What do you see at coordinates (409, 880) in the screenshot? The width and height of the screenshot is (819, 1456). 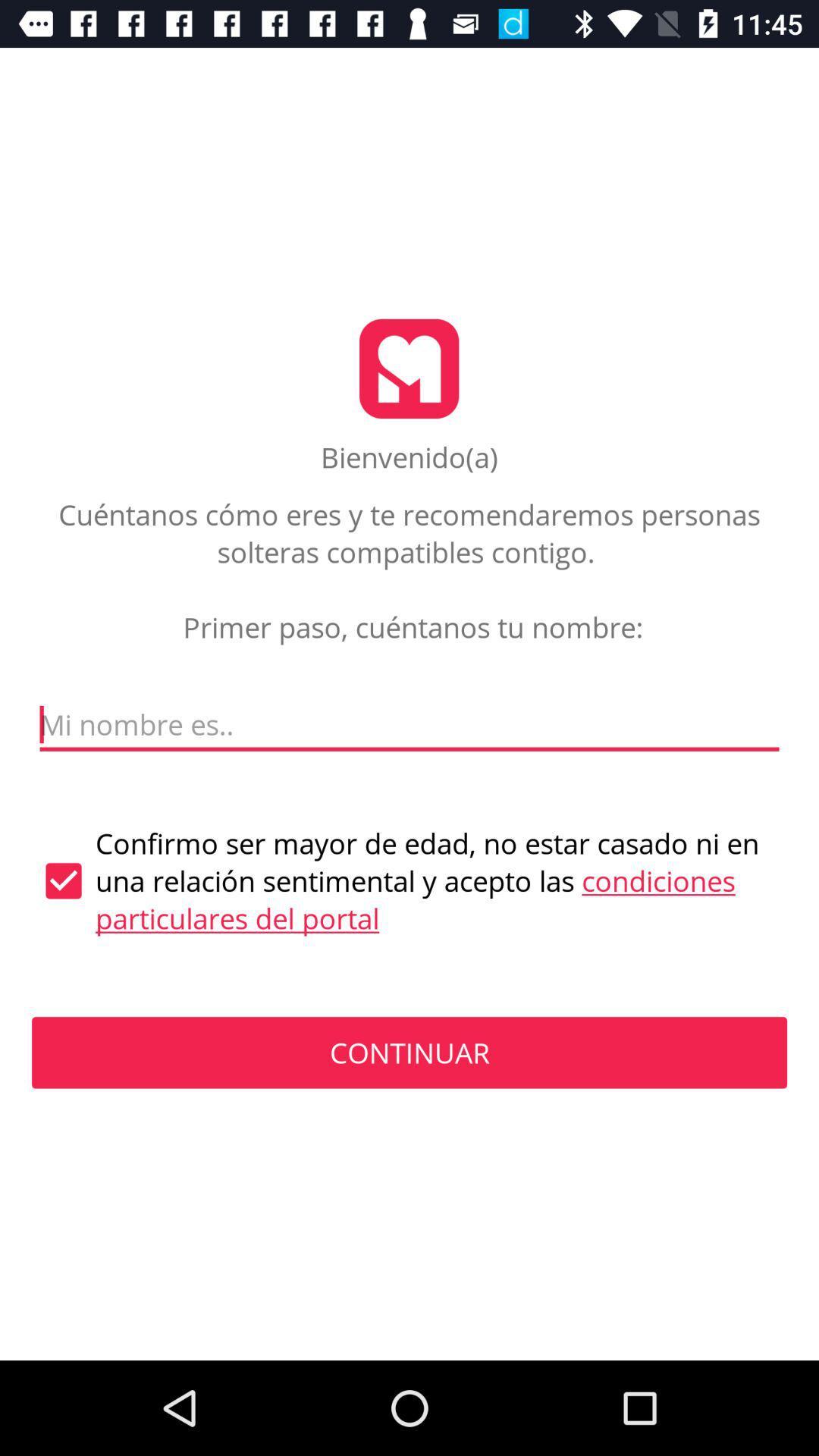 I see `the confirmo ser mayor item` at bounding box center [409, 880].